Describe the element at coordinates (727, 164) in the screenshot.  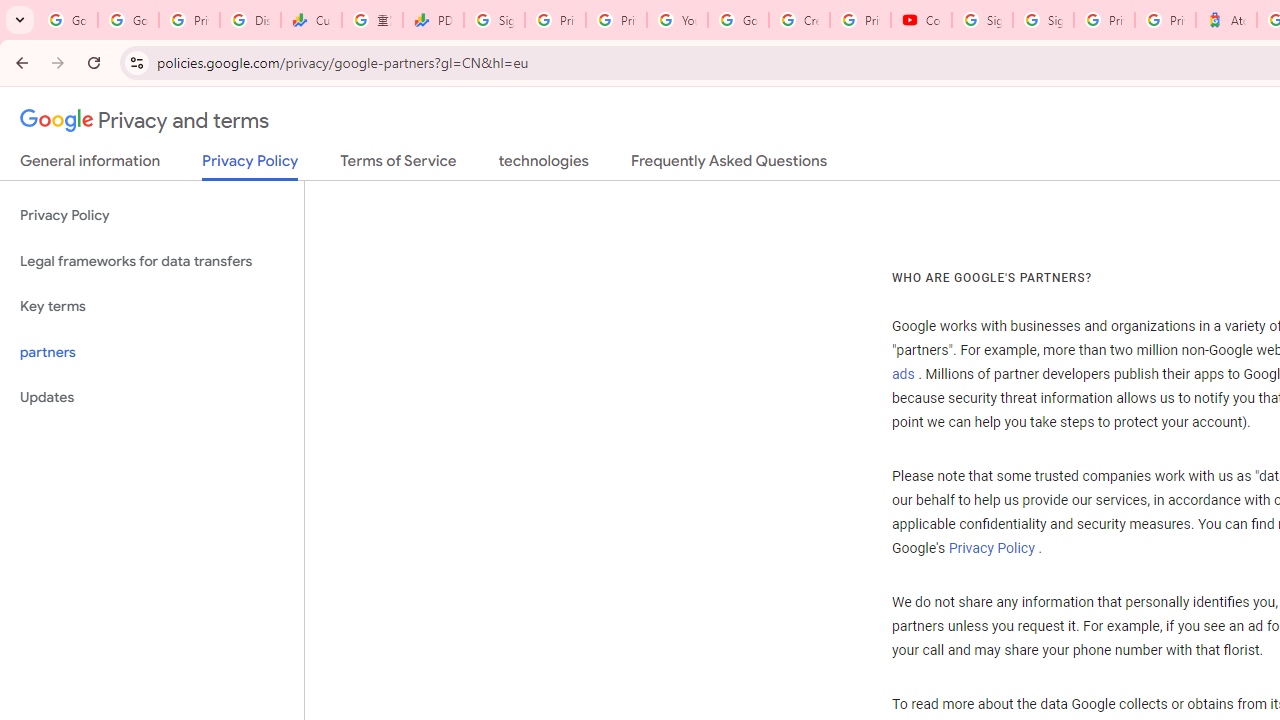
I see `'Frequently Asked Questions'` at that location.